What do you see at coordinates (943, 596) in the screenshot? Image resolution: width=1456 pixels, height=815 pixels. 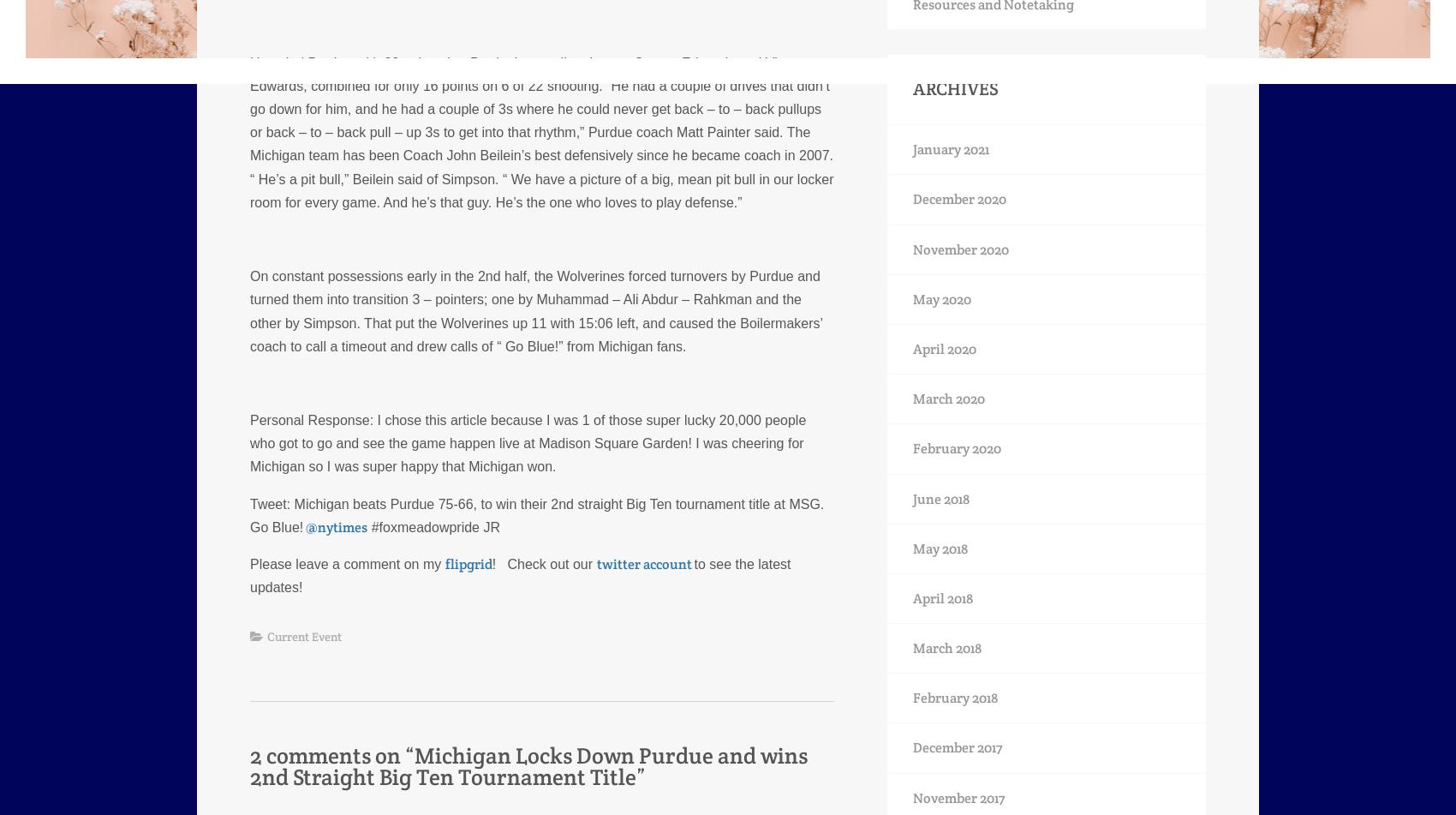 I see `'April 2018'` at bounding box center [943, 596].